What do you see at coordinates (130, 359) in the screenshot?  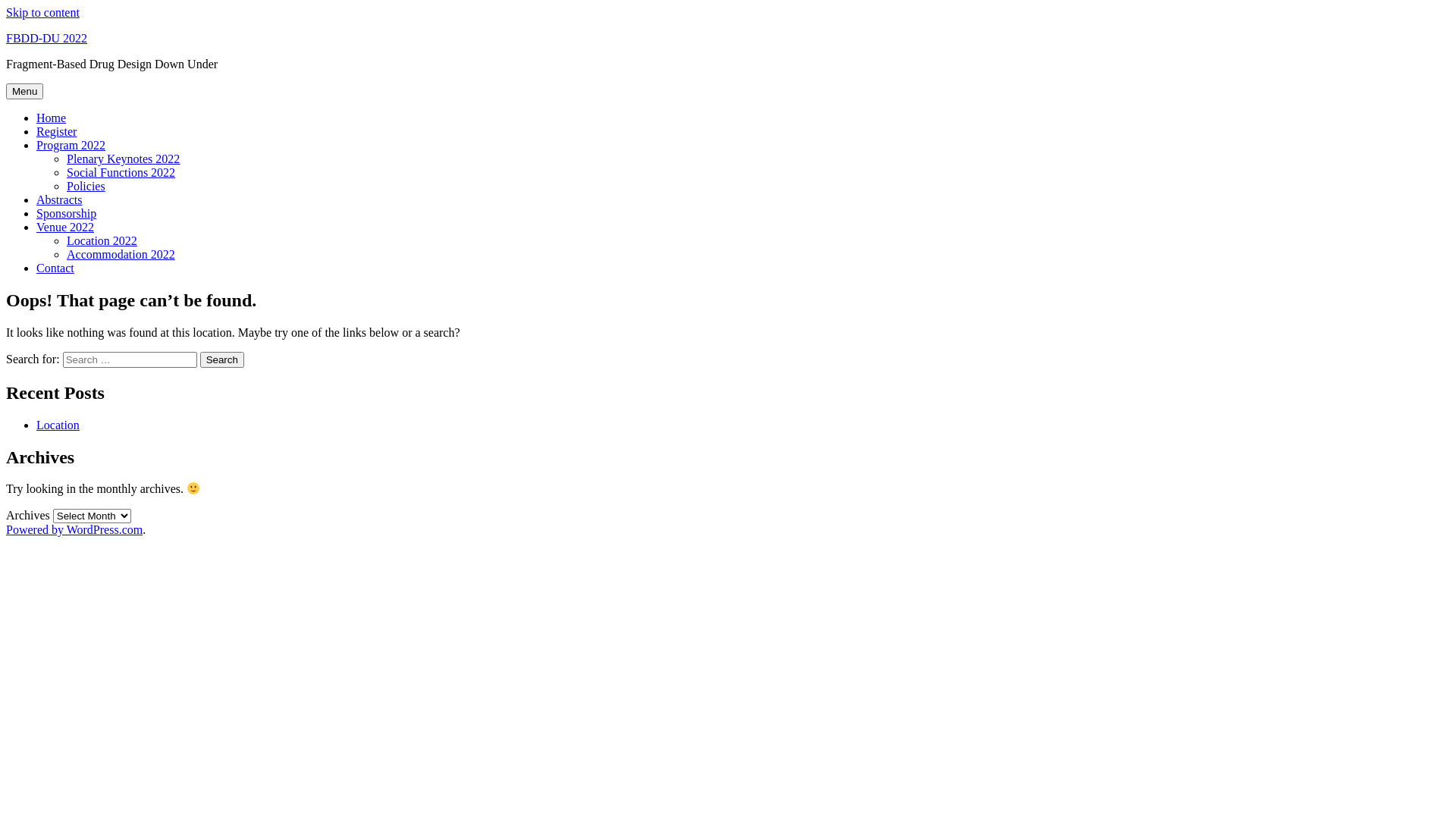 I see `'Search for:'` at bounding box center [130, 359].